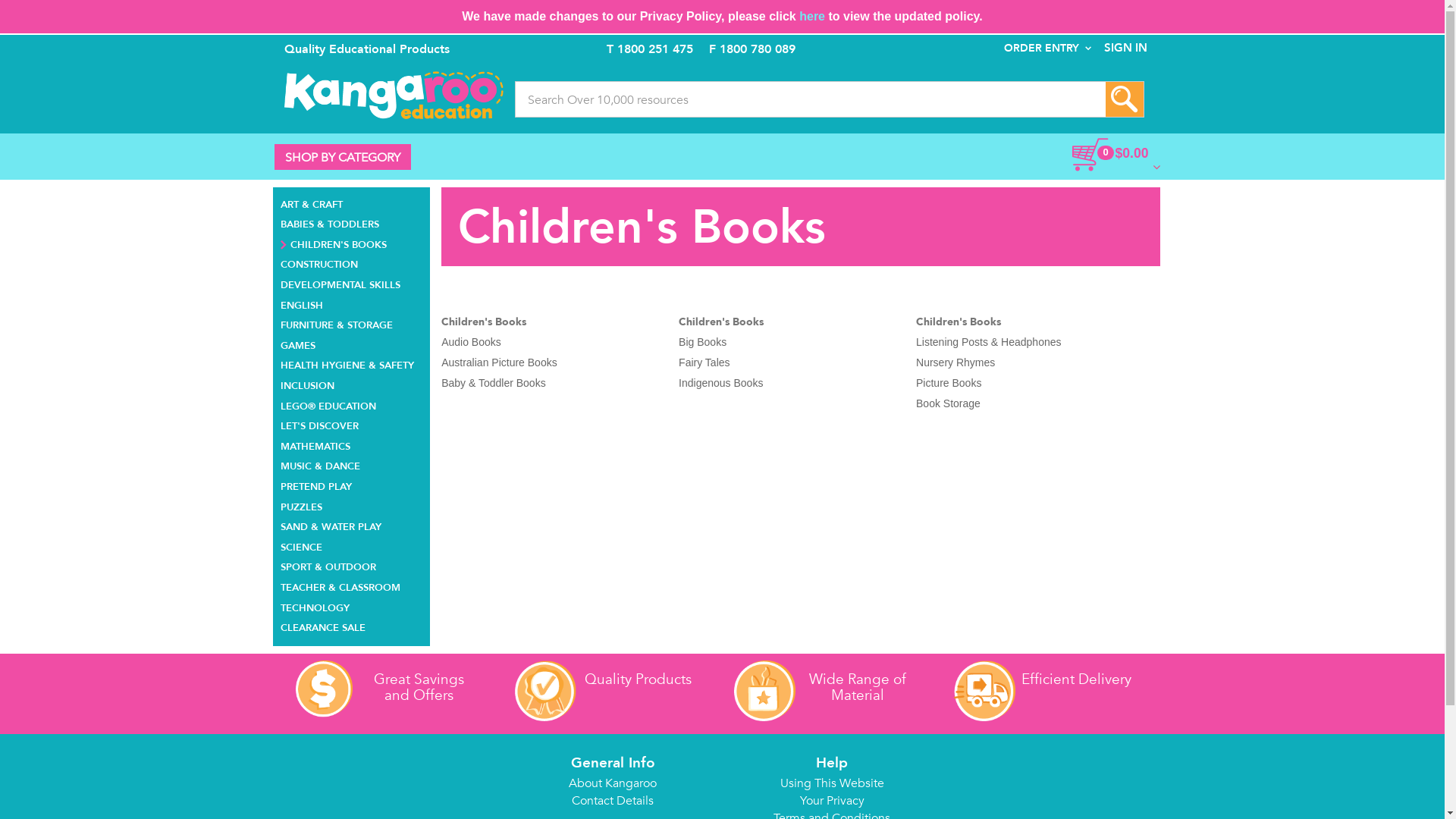 This screenshot has height=819, width=1456. I want to click on 'MUSIC & DANCE', so click(319, 463).